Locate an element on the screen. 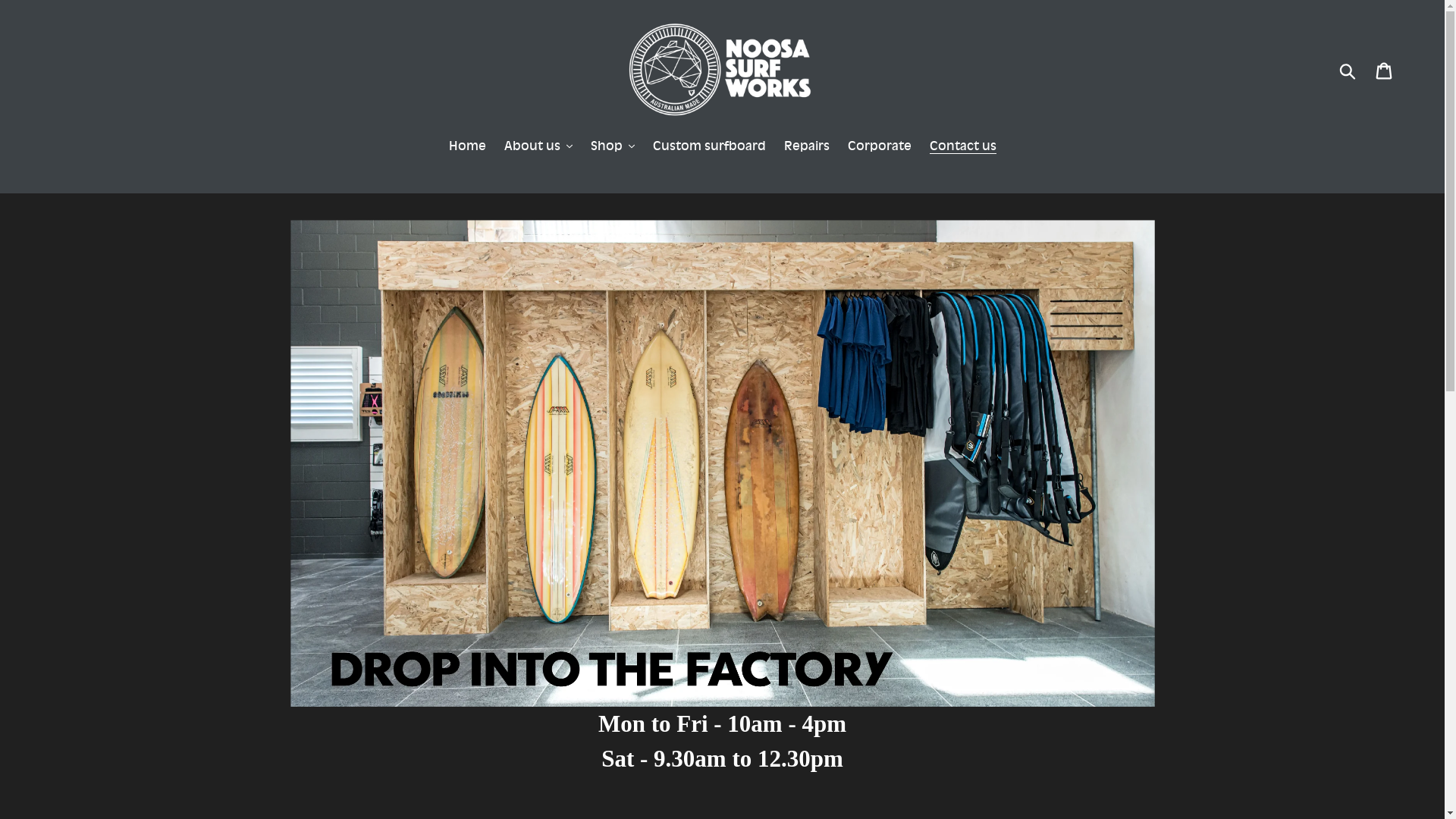 This screenshot has height=819, width=1456. 'Submit' is located at coordinates (1348, 70).